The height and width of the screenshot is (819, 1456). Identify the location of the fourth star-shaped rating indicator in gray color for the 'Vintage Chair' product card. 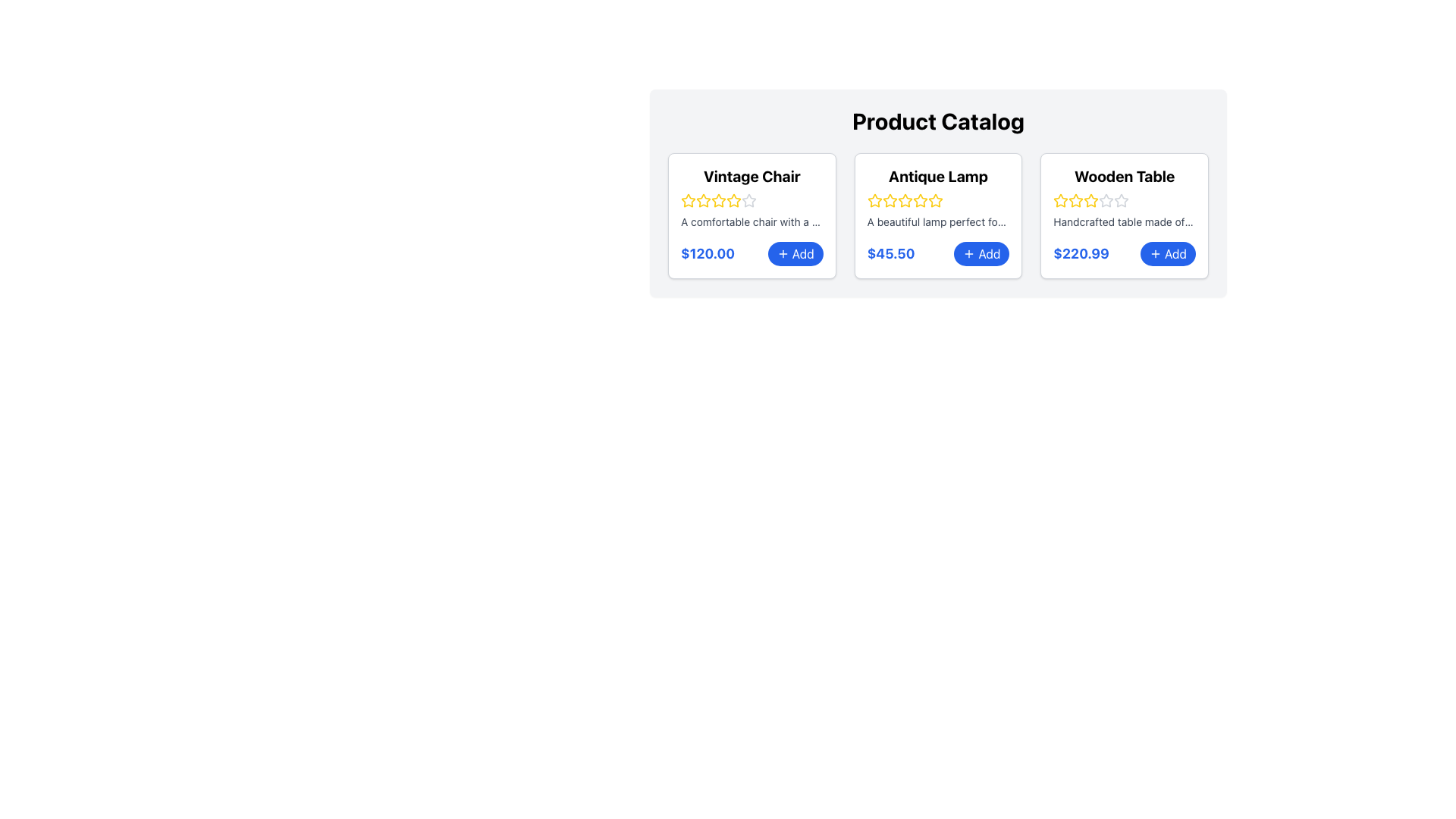
(749, 199).